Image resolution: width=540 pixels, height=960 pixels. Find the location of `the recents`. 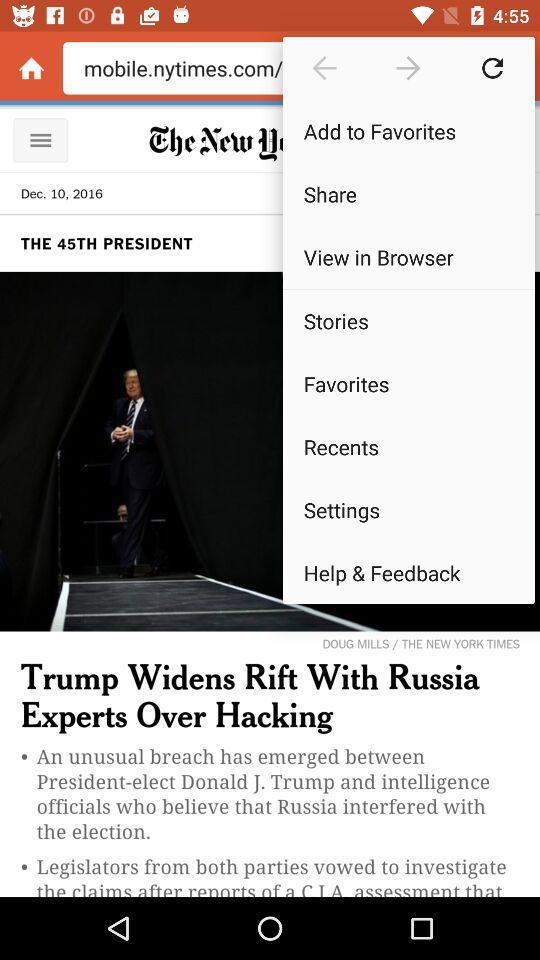

the recents is located at coordinates (407, 446).